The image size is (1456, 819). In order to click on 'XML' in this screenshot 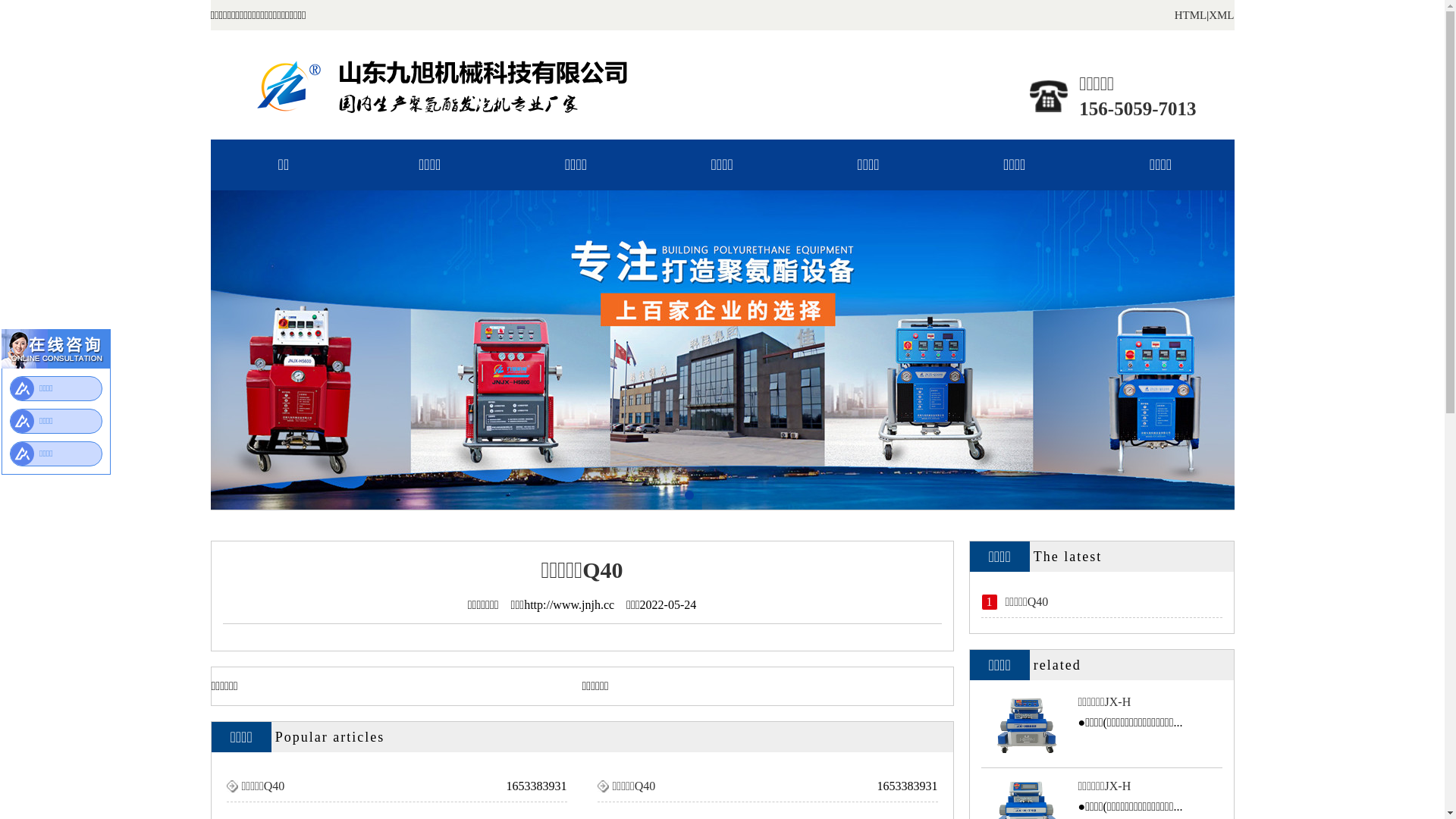, I will do `click(1221, 14)`.